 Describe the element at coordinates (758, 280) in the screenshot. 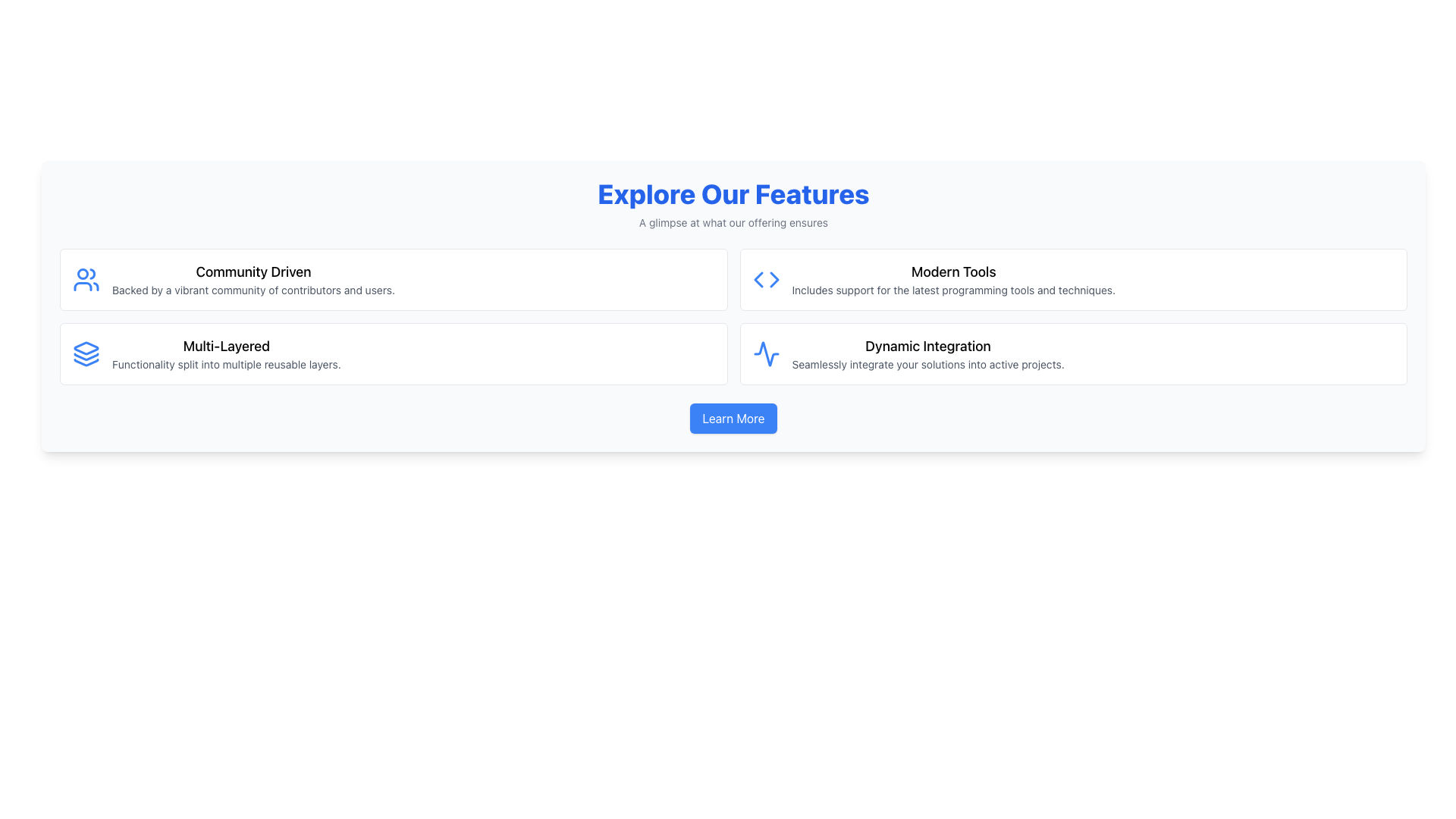

I see `Decorative SVG shape located in the right column of the 'Modern Tools' feature description box, which serves as a visual element conveying a coding theme` at that location.